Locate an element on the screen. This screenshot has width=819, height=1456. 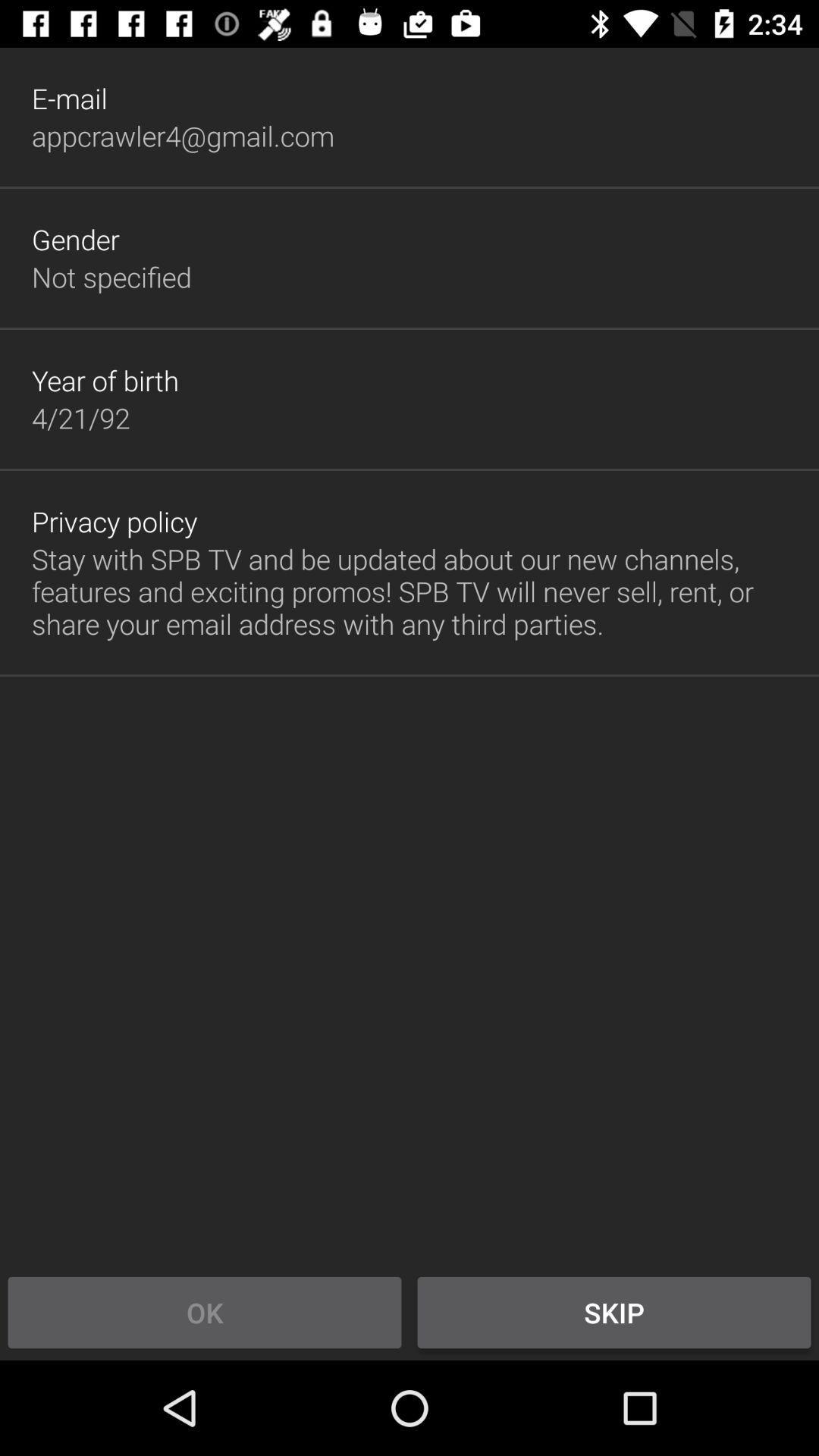
appcrawler4@gmail.com is located at coordinates (182, 136).